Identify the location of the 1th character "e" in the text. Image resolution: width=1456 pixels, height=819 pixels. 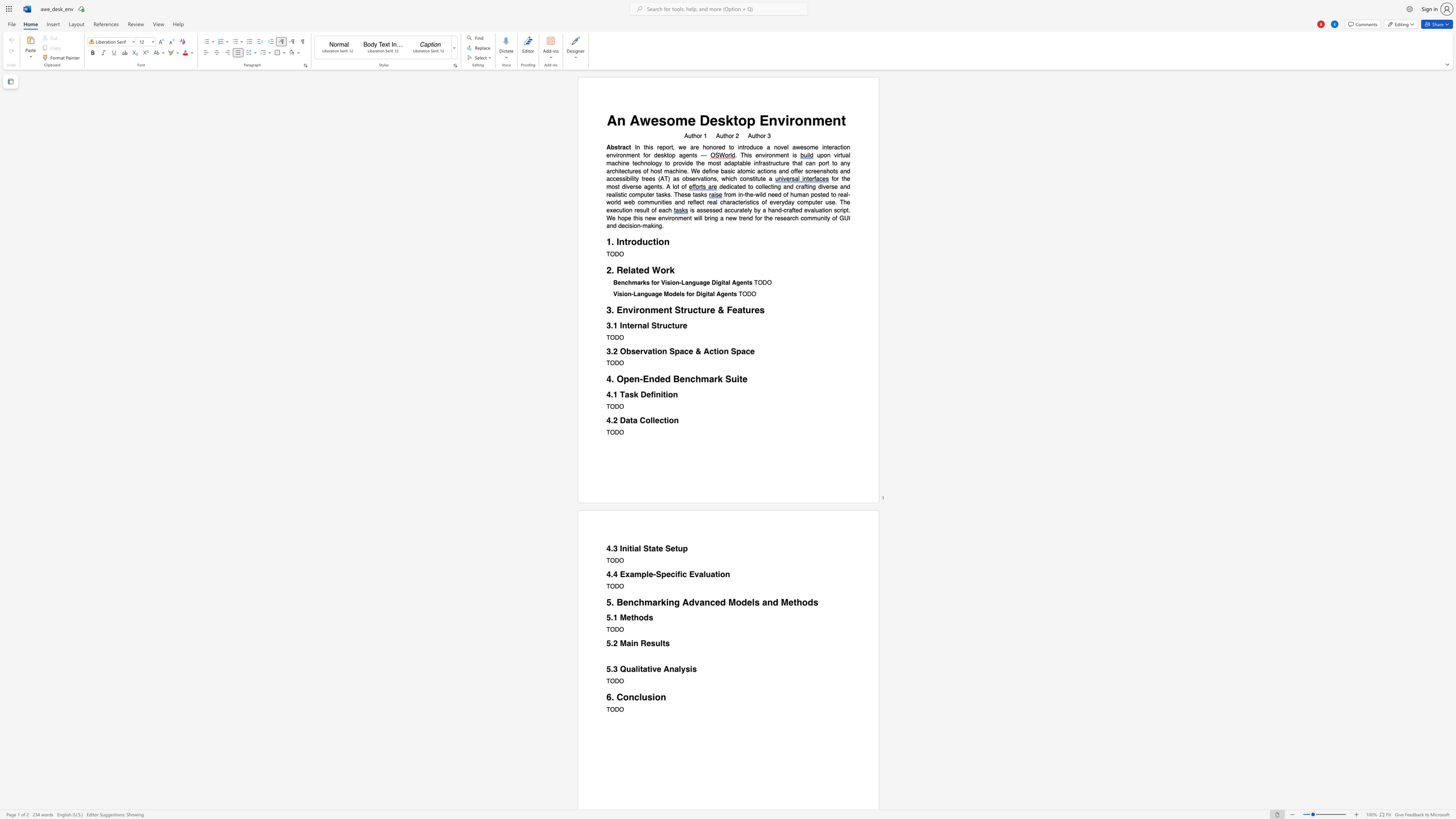
(626, 270).